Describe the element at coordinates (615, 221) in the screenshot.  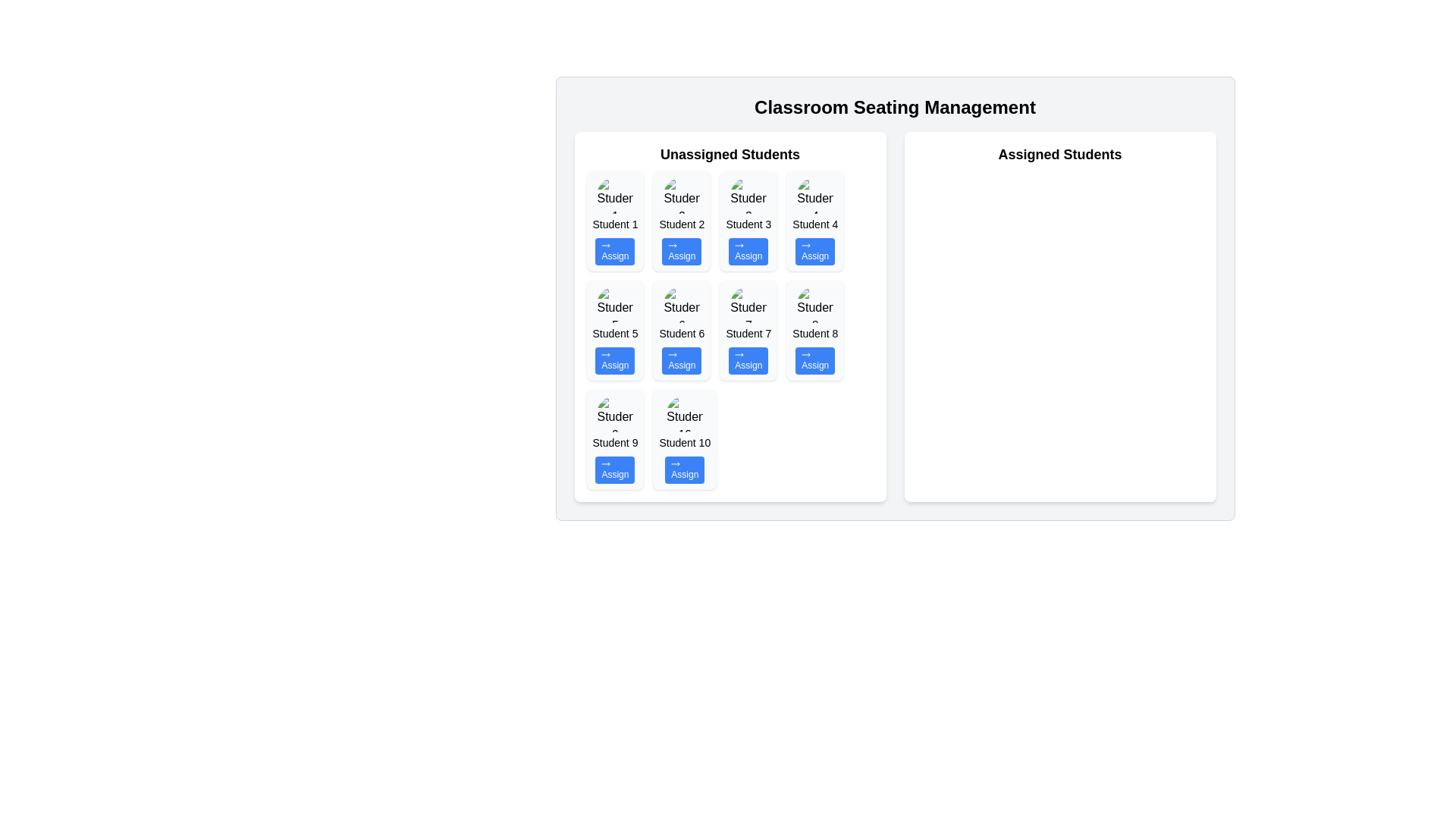
I see `the first card in the 'Unassigned Students' section` at that location.